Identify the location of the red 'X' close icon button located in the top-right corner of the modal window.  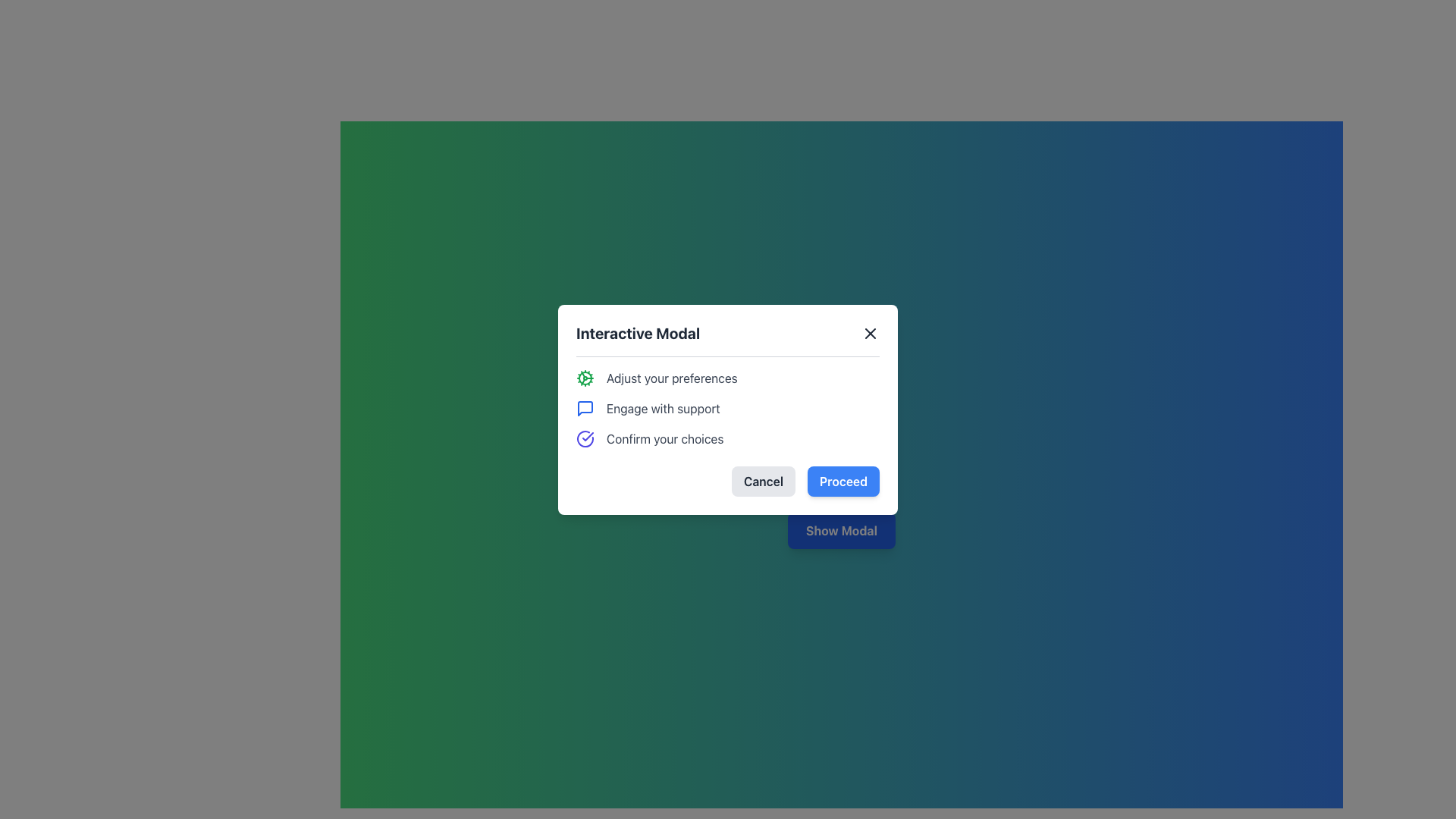
(870, 332).